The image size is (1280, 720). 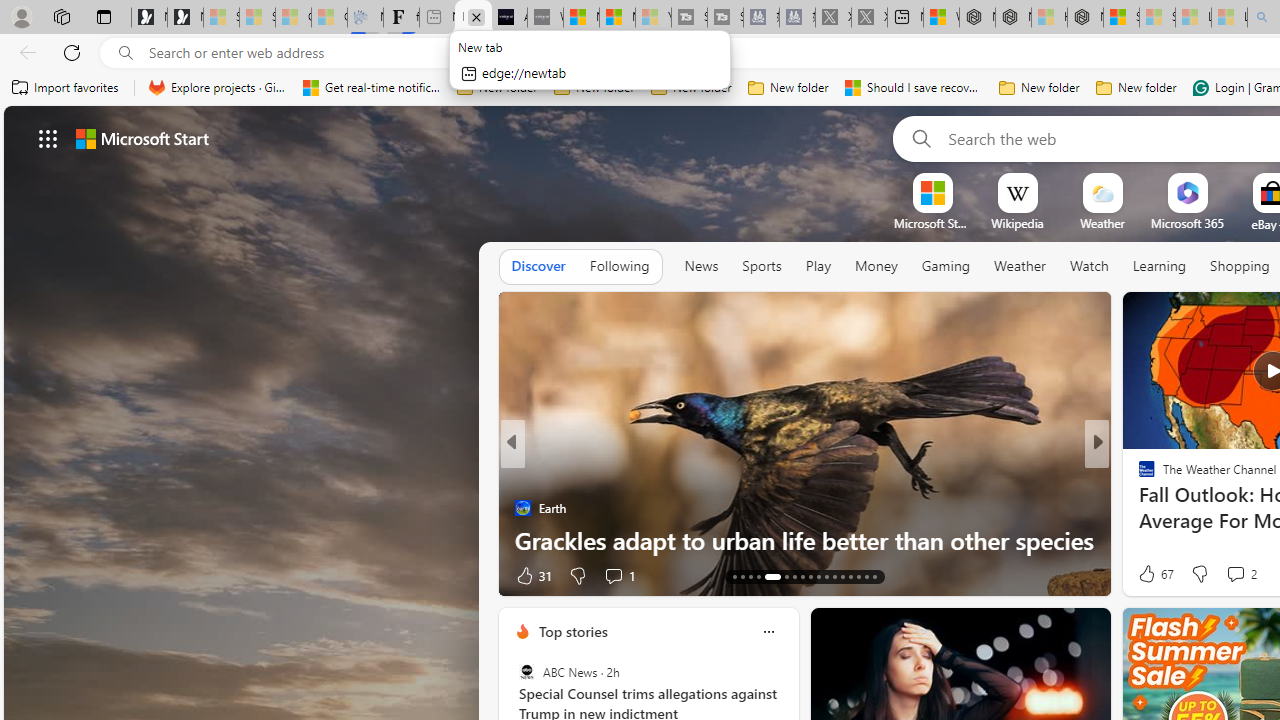 What do you see at coordinates (538, 266) in the screenshot?
I see `'Discover'` at bounding box center [538, 266].